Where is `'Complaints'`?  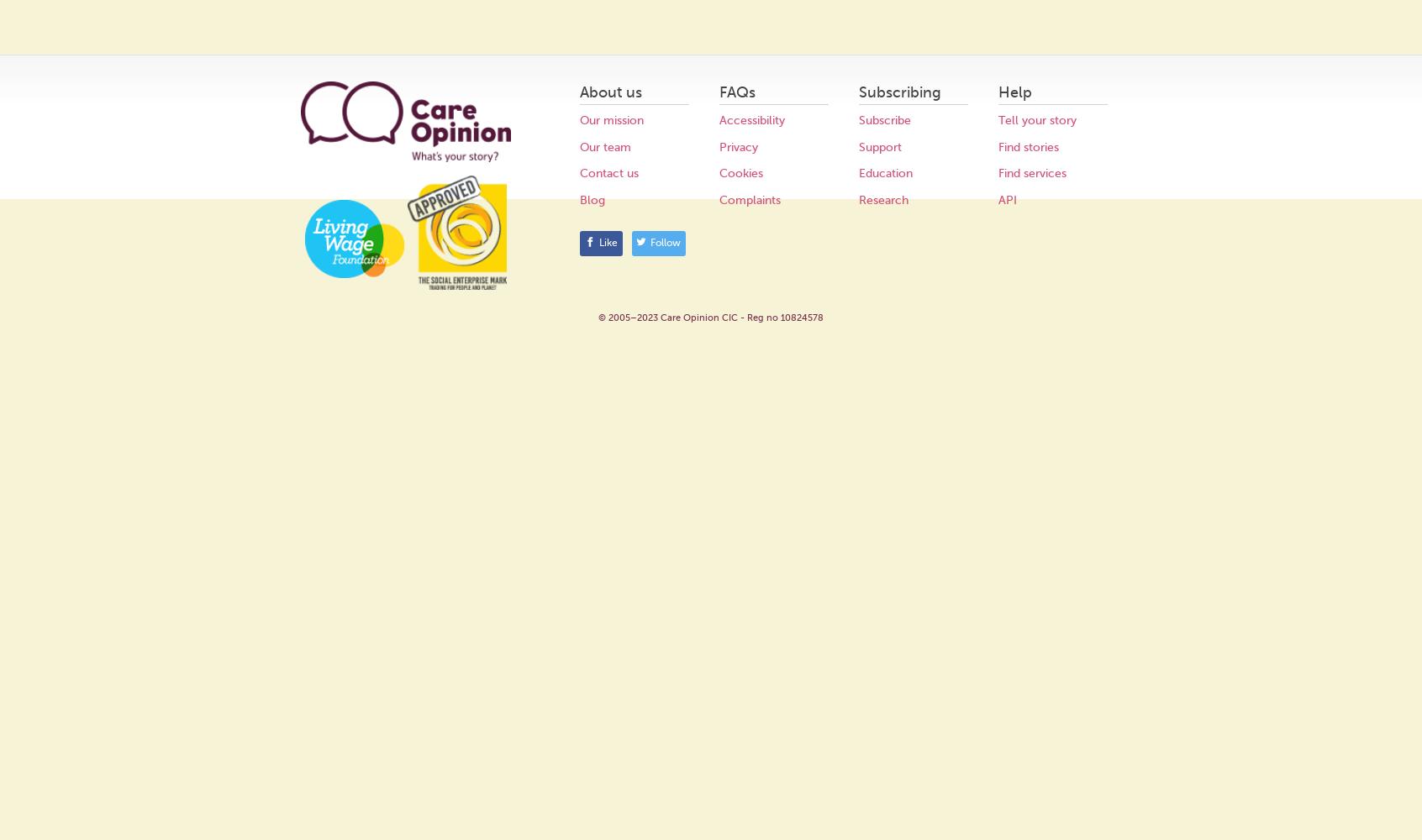
'Complaints' is located at coordinates (749, 198).